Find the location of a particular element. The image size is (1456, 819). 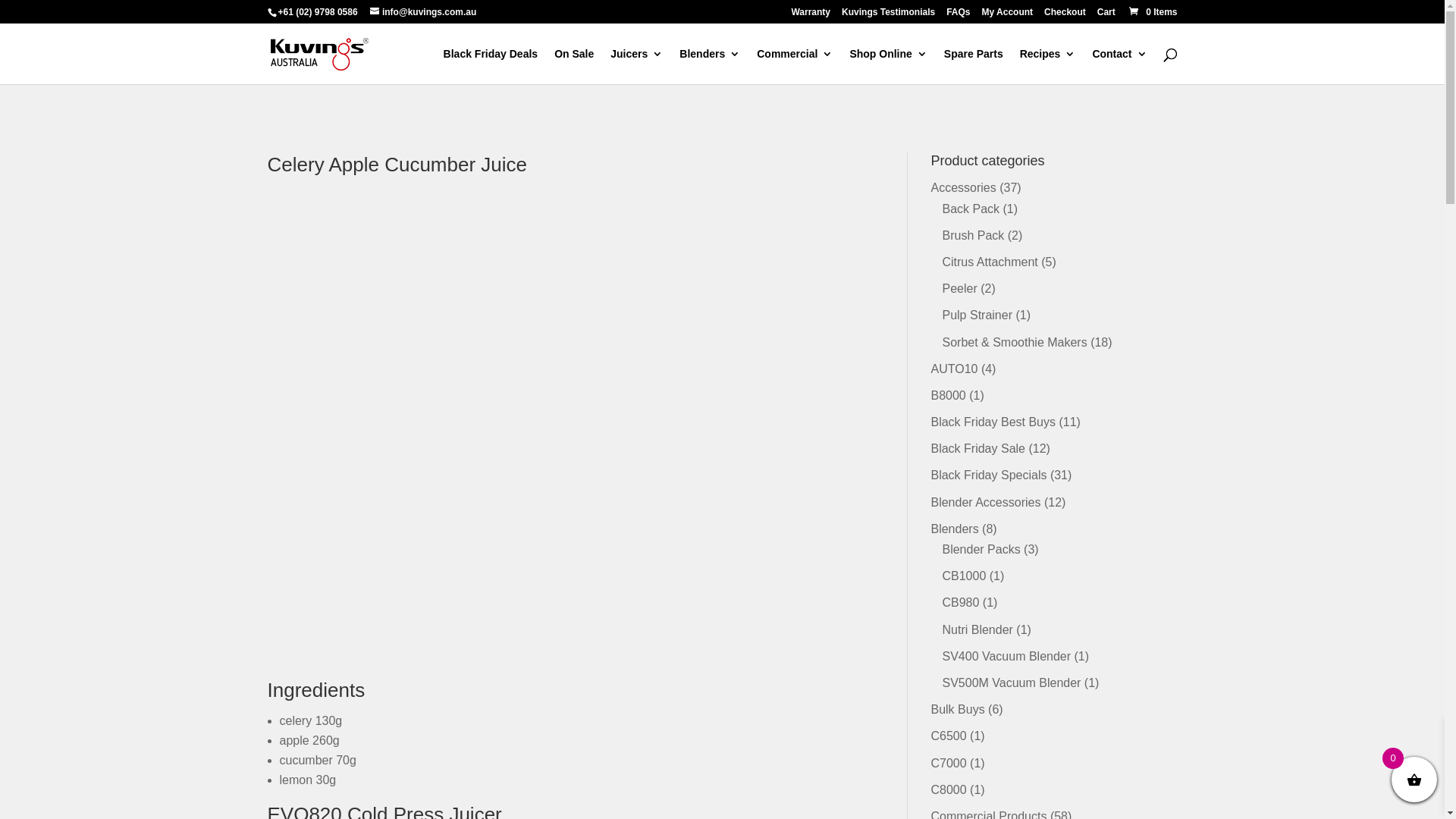

'B8000' is located at coordinates (946, 394).